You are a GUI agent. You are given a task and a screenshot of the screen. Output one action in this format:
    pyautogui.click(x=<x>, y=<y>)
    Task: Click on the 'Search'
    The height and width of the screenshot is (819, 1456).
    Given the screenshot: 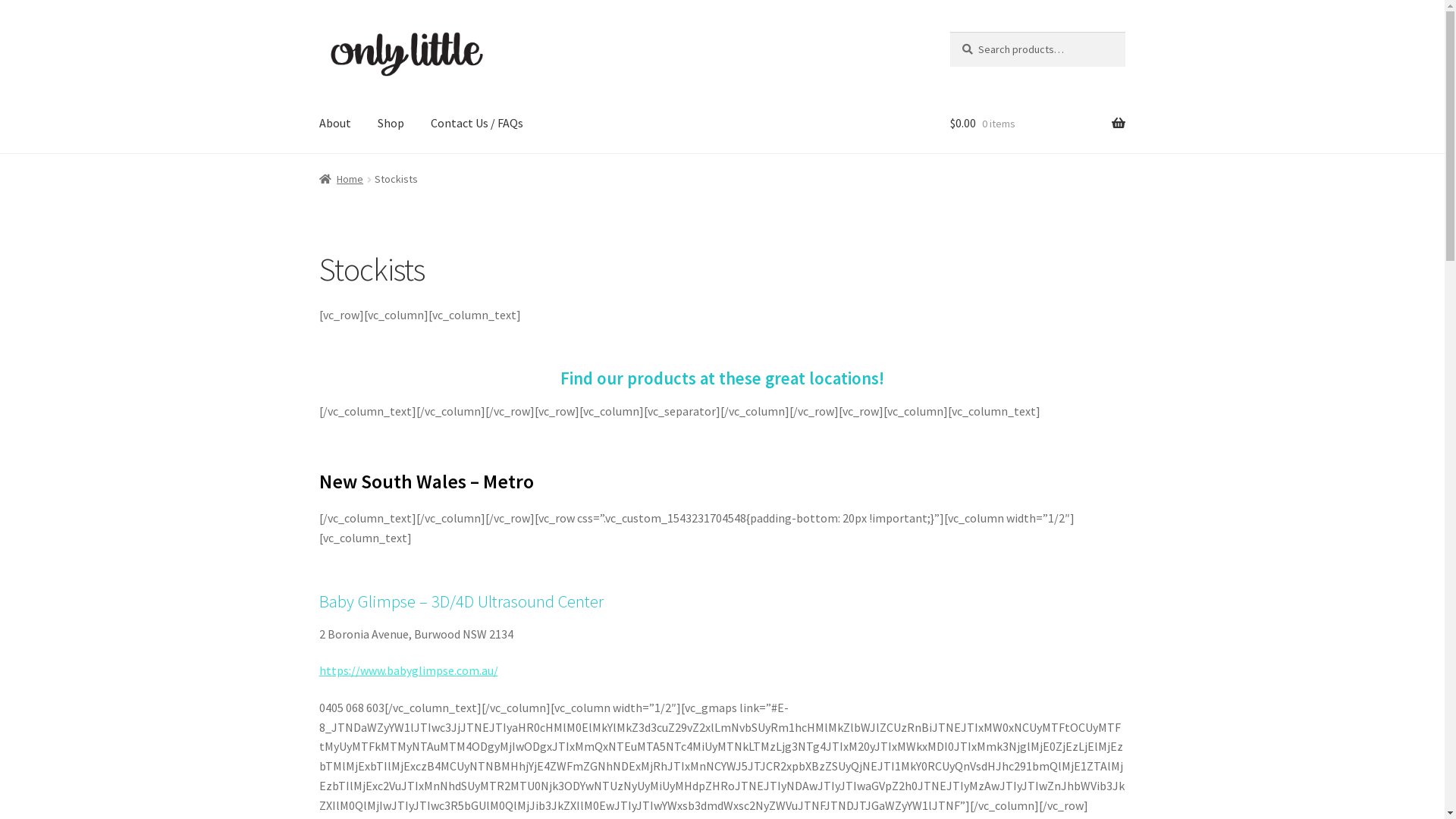 What is the action you would take?
    pyautogui.click(x=949, y=31)
    